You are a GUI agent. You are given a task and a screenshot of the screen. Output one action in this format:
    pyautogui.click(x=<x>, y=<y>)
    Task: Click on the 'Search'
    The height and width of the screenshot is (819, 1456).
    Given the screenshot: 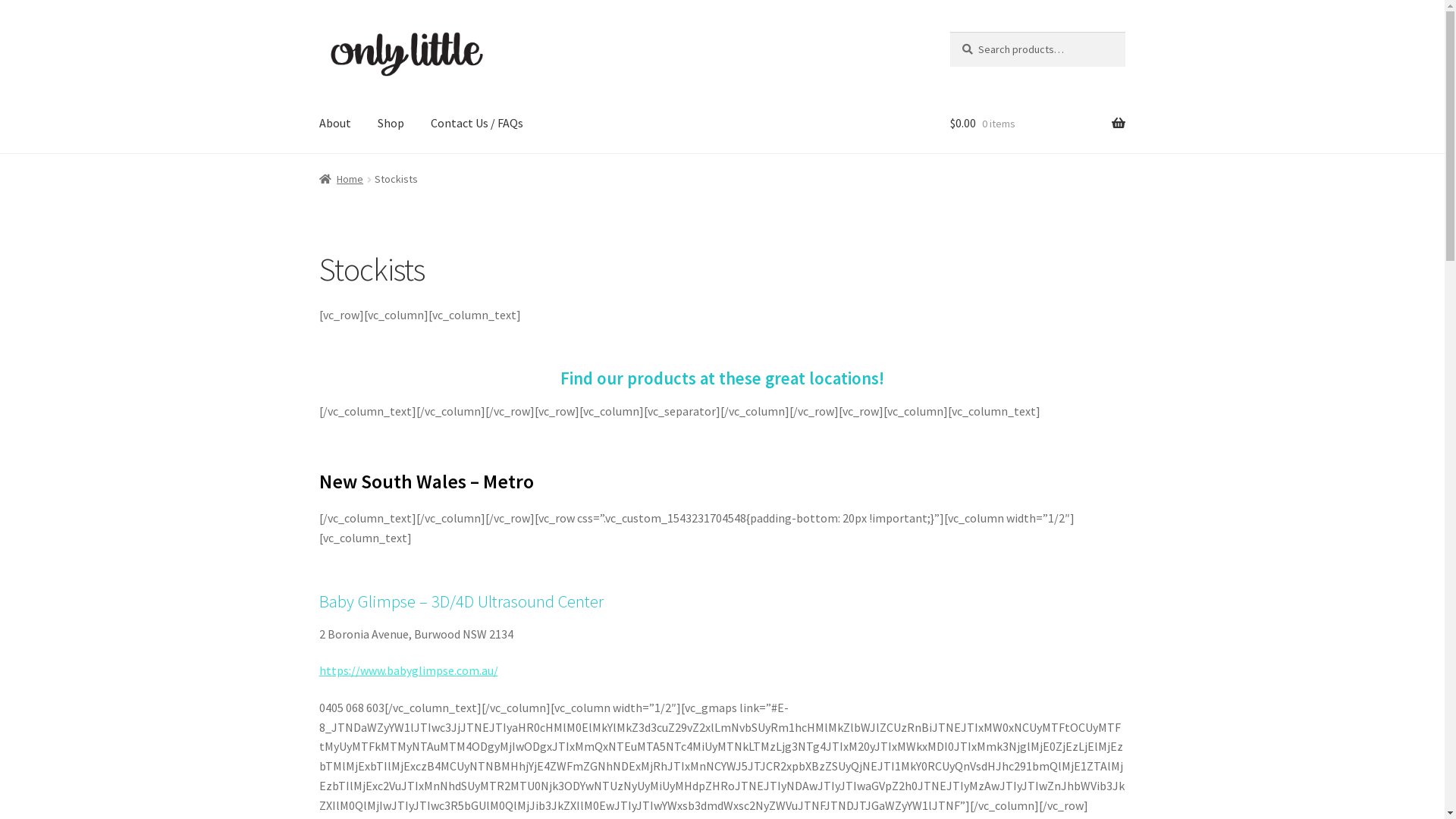 What is the action you would take?
    pyautogui.click(x=949, y=31)
    